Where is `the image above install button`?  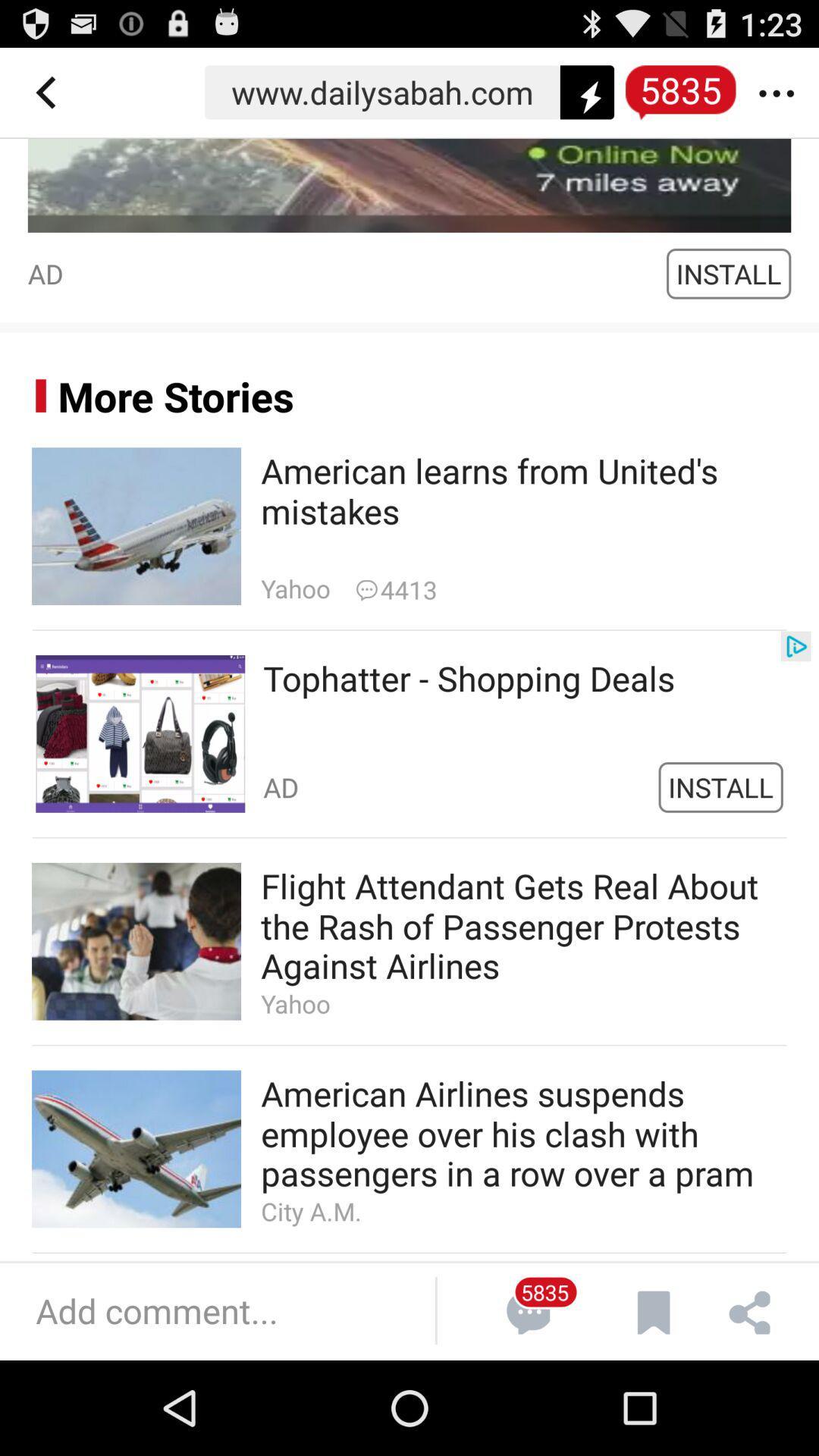
the image above install button is located at coordinates (409, 184).